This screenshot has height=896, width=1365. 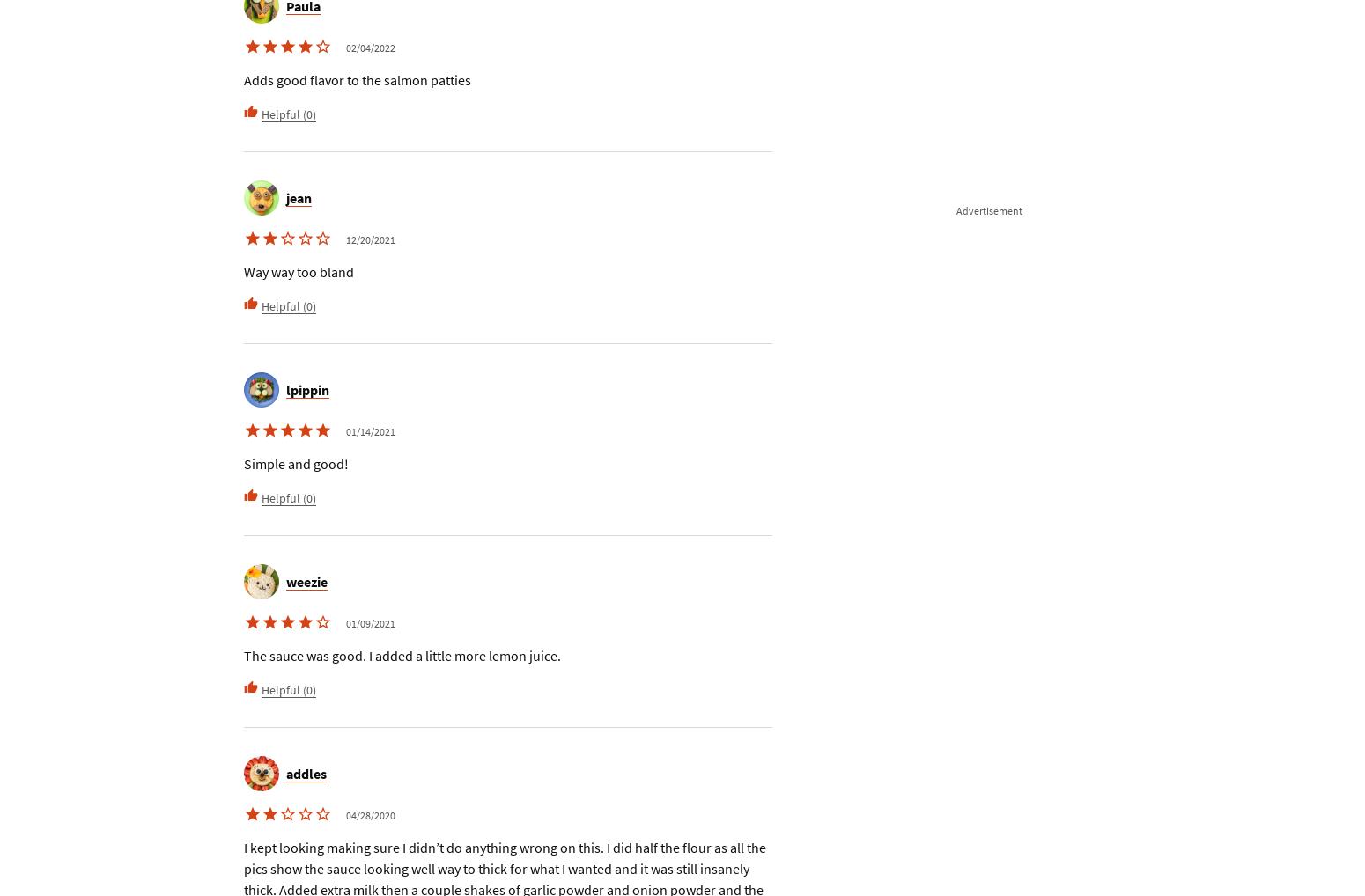 I want to click on '04/28/2020', so click(x=370, y=814).